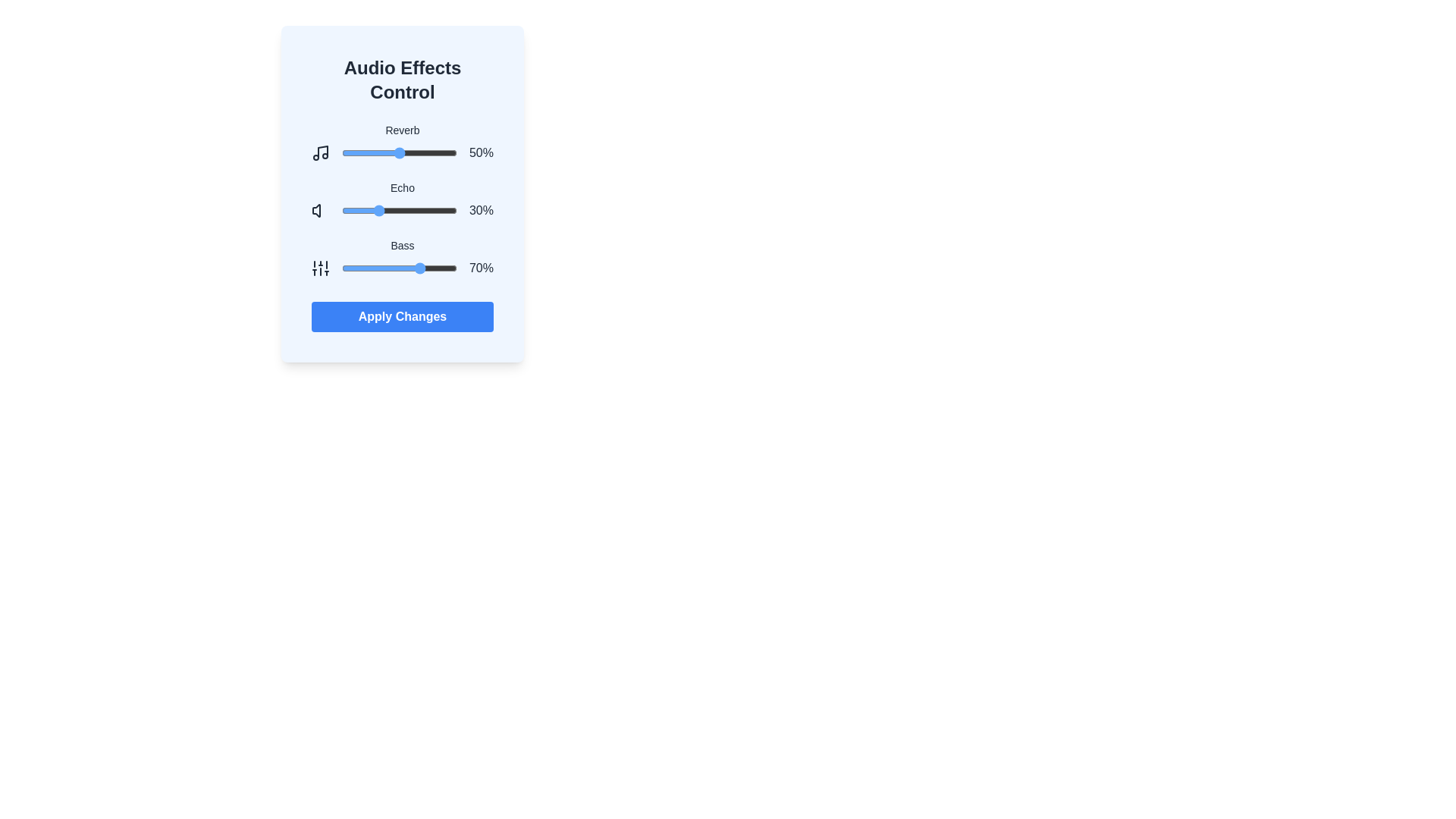 The width and height of the screenshot is (1456, 819). Describe the element at coordinates (432, 268) in the screenshot. I see `bass` at that location.